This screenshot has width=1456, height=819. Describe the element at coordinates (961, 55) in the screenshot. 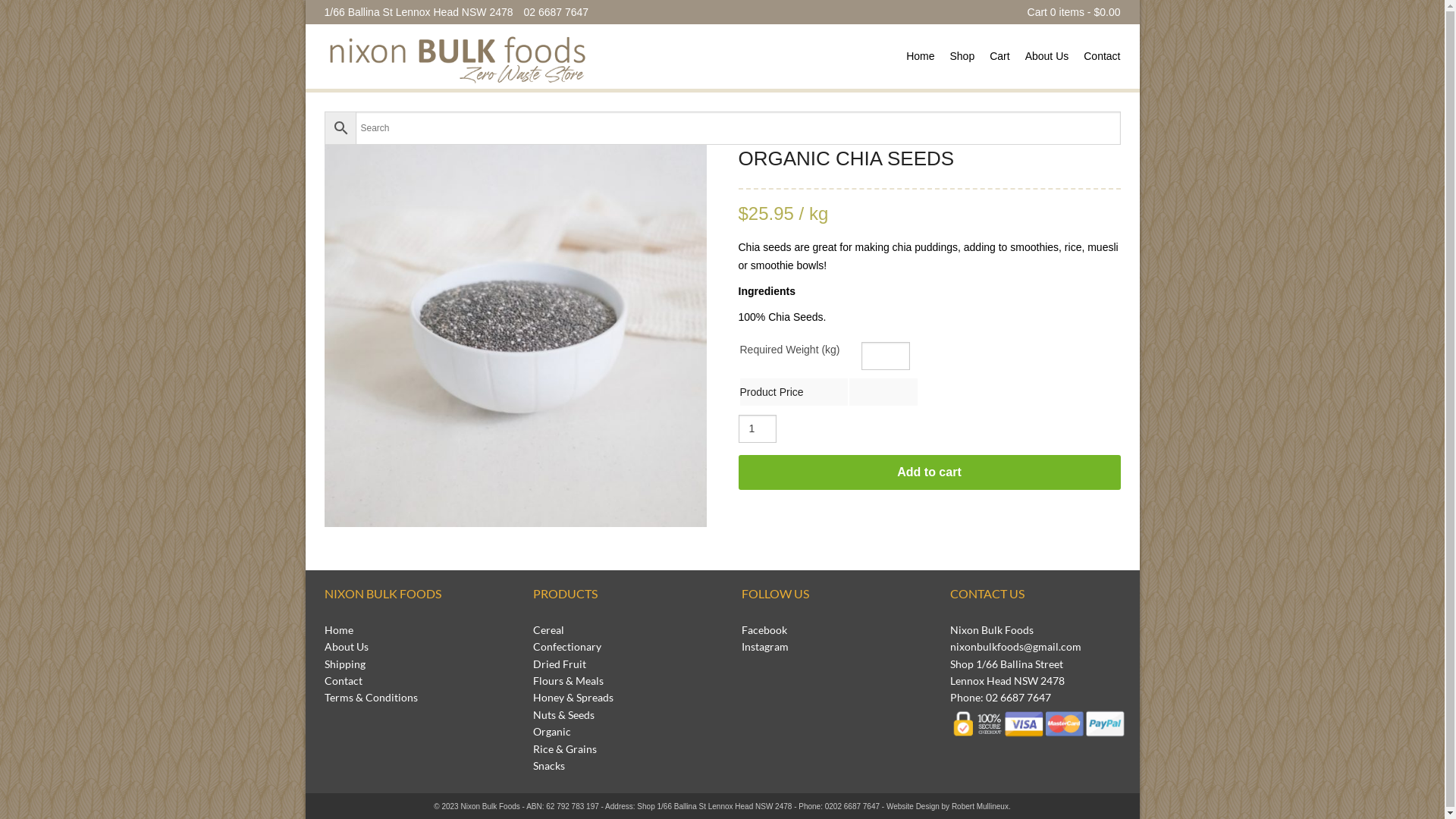

I see `'Shop'` at that location.